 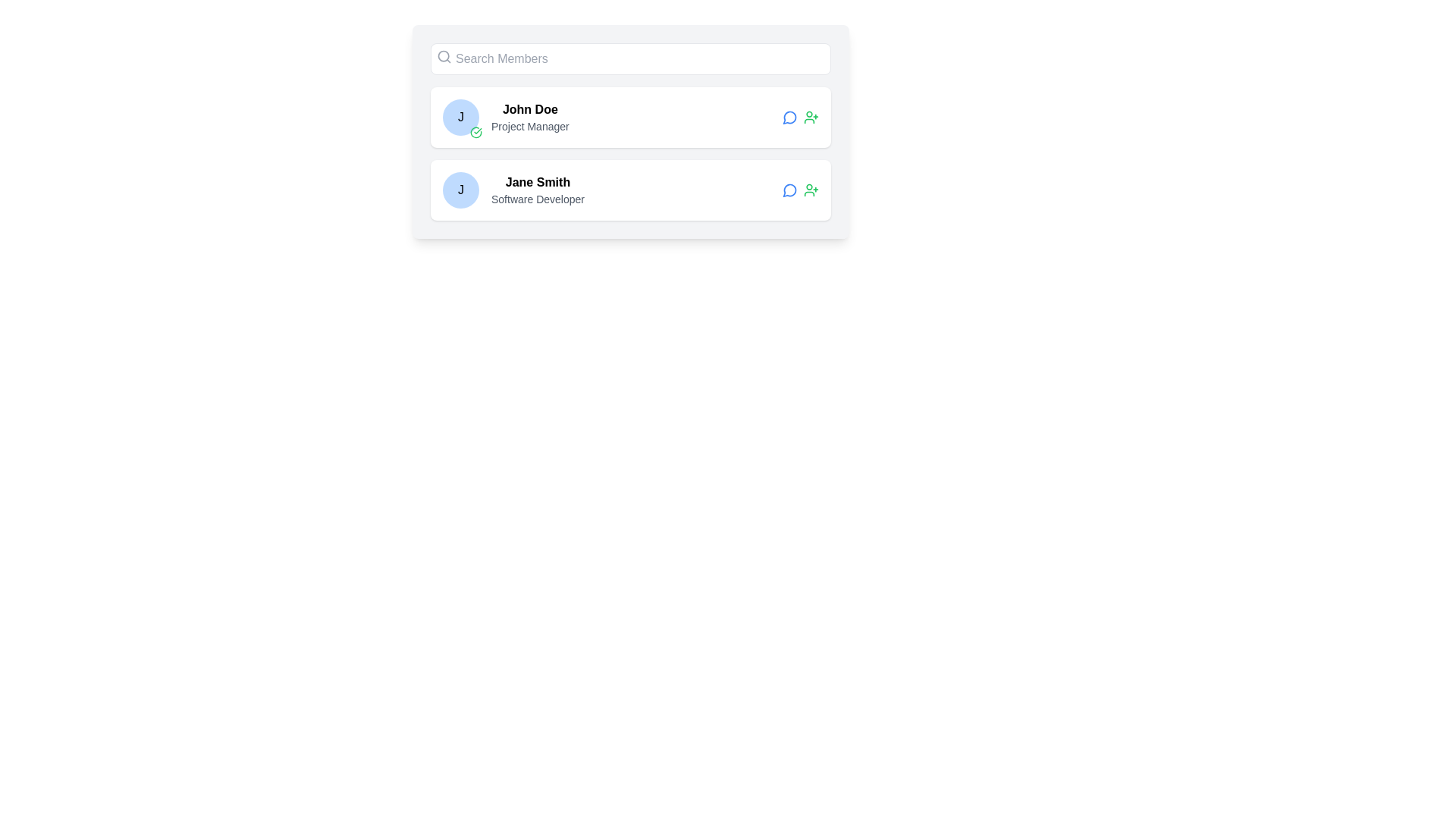 What do you see at coordinates (443, 55) in the screenshot?
I see `the search field by clicking on the search icon located in the top-left corner of the input field adjacent to the placeholder text 'Search Members'` at bounding box center [443, 55].